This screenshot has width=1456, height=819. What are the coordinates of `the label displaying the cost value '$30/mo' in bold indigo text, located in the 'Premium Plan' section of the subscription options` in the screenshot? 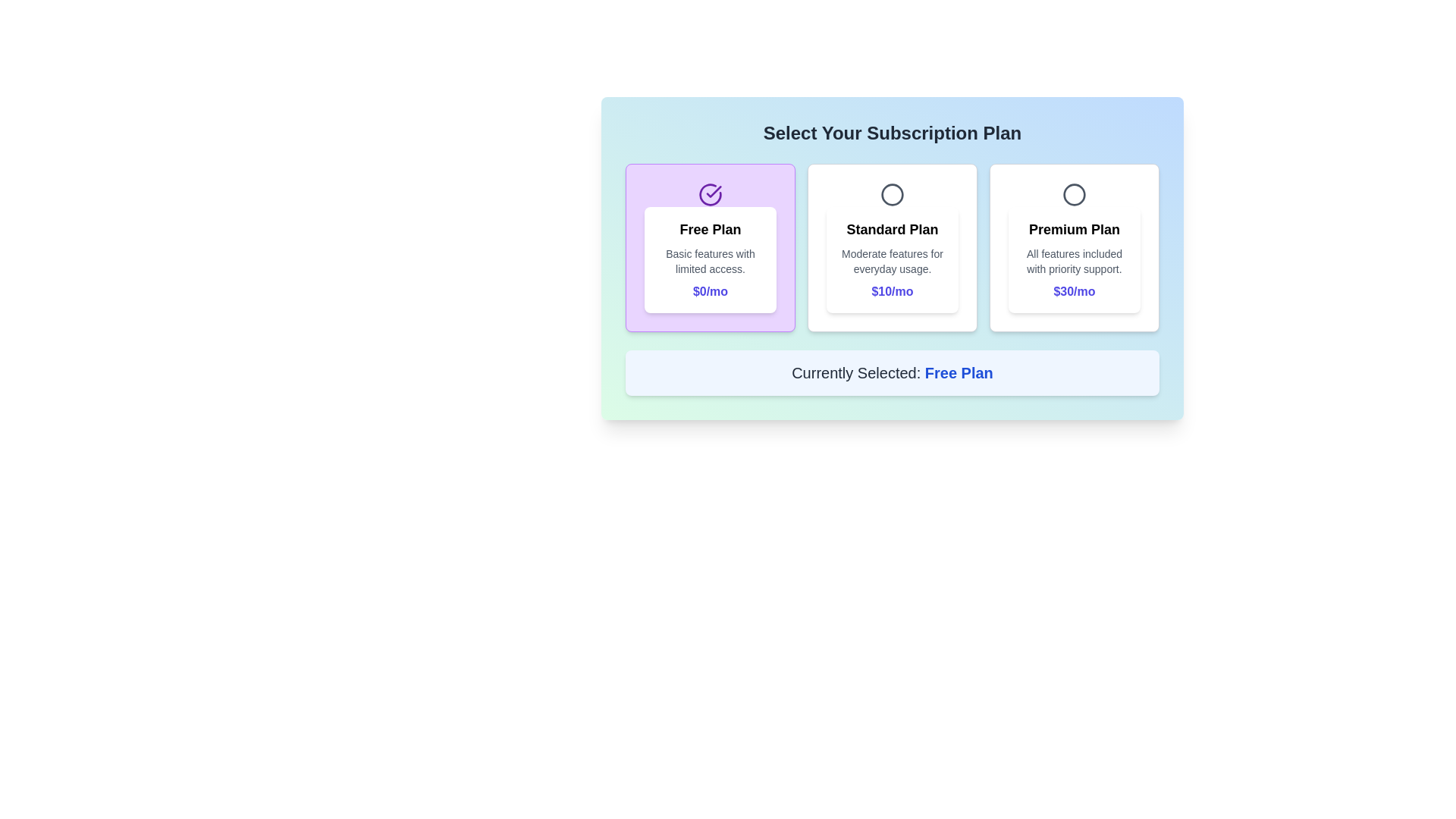 It's located at (1073, 292).